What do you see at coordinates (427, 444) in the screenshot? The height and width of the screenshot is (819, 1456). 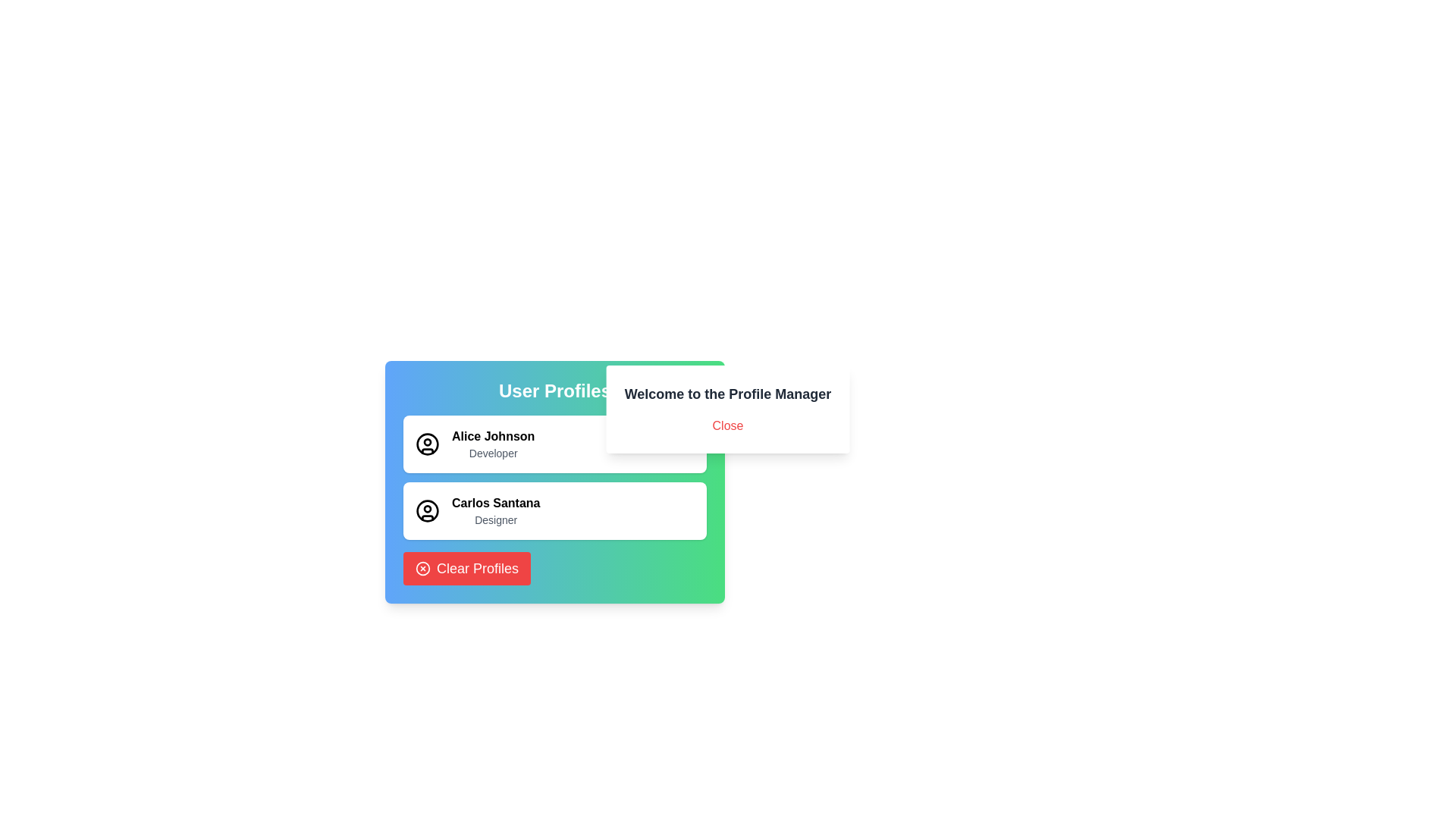 I see `the outermost circular outline of the avatar placeholder icon next to 'Carlos Santana'` at bounding box center [427, 444].